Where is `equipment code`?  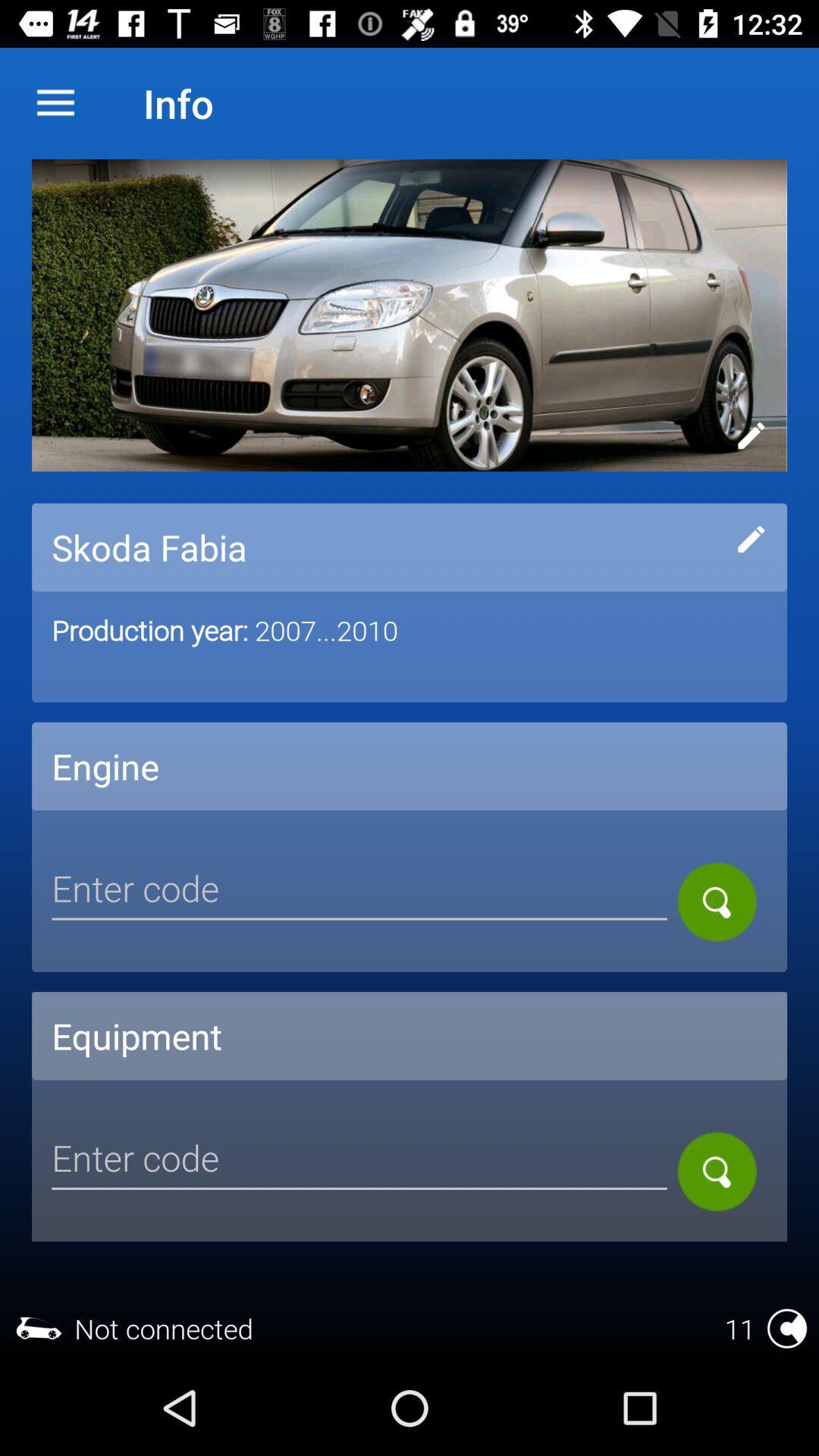 equipment code is located at coordinates (359, 1159).